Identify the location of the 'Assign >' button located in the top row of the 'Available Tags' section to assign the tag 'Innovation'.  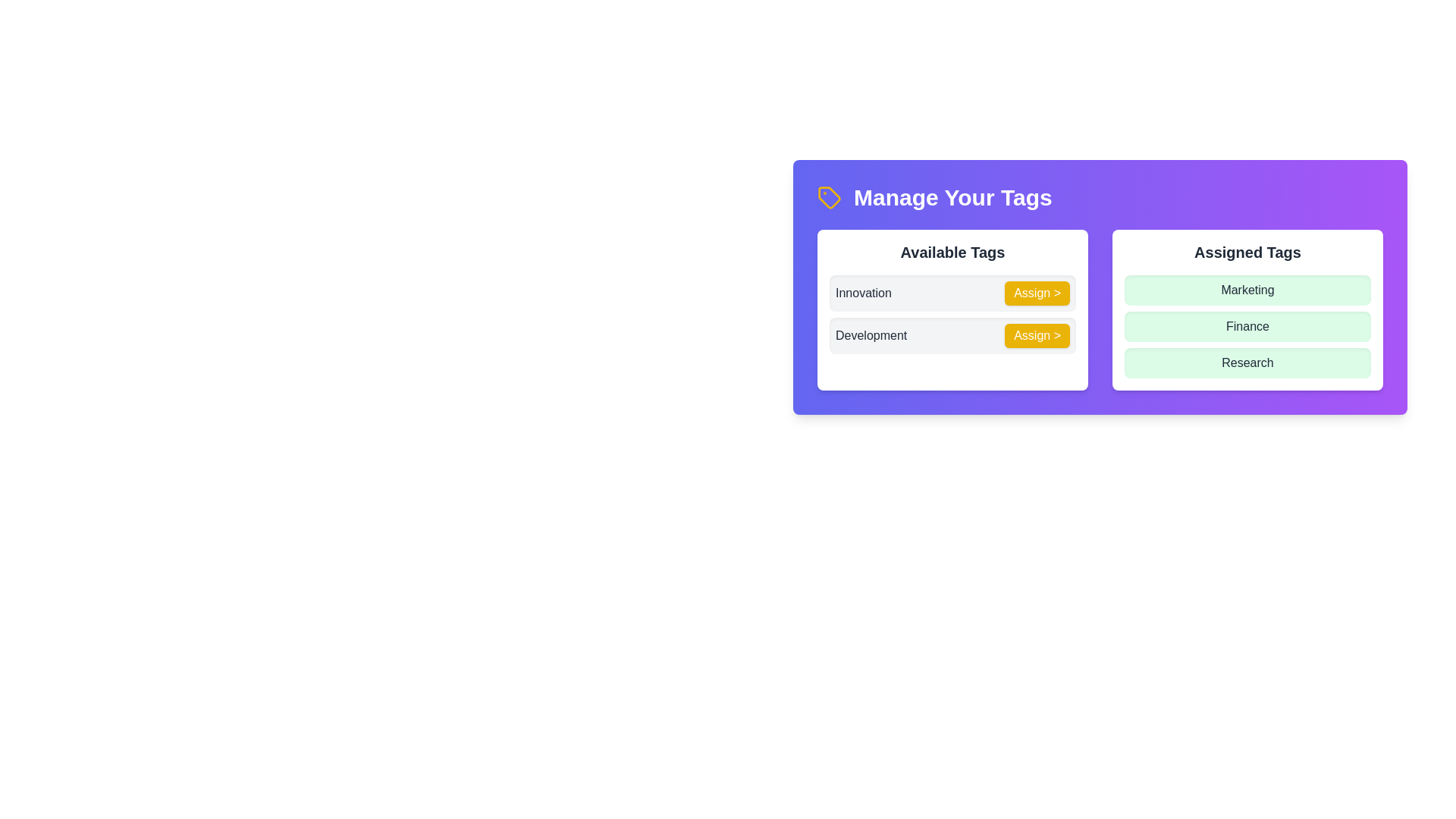
(1037, 293).